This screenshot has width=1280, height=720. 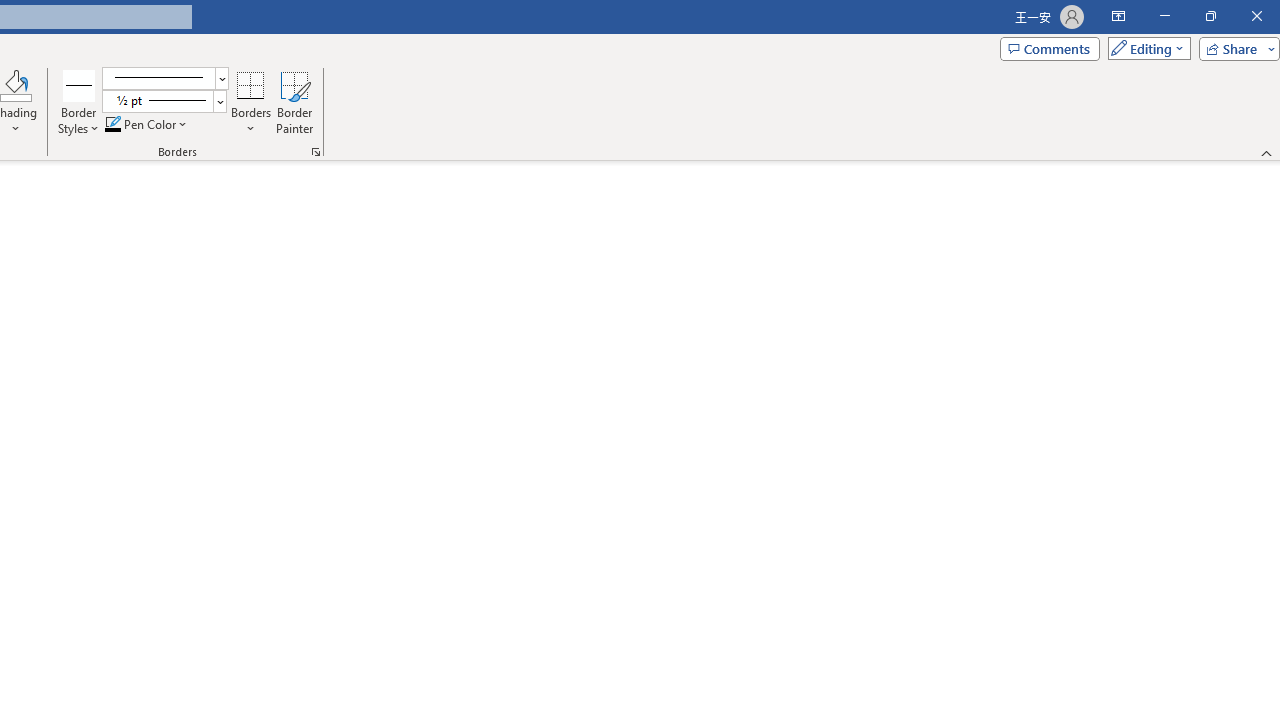 What do you see at coordinates (250, 84) in the screenshot?
I see `'Borders'` at bounding box center [250, 84].